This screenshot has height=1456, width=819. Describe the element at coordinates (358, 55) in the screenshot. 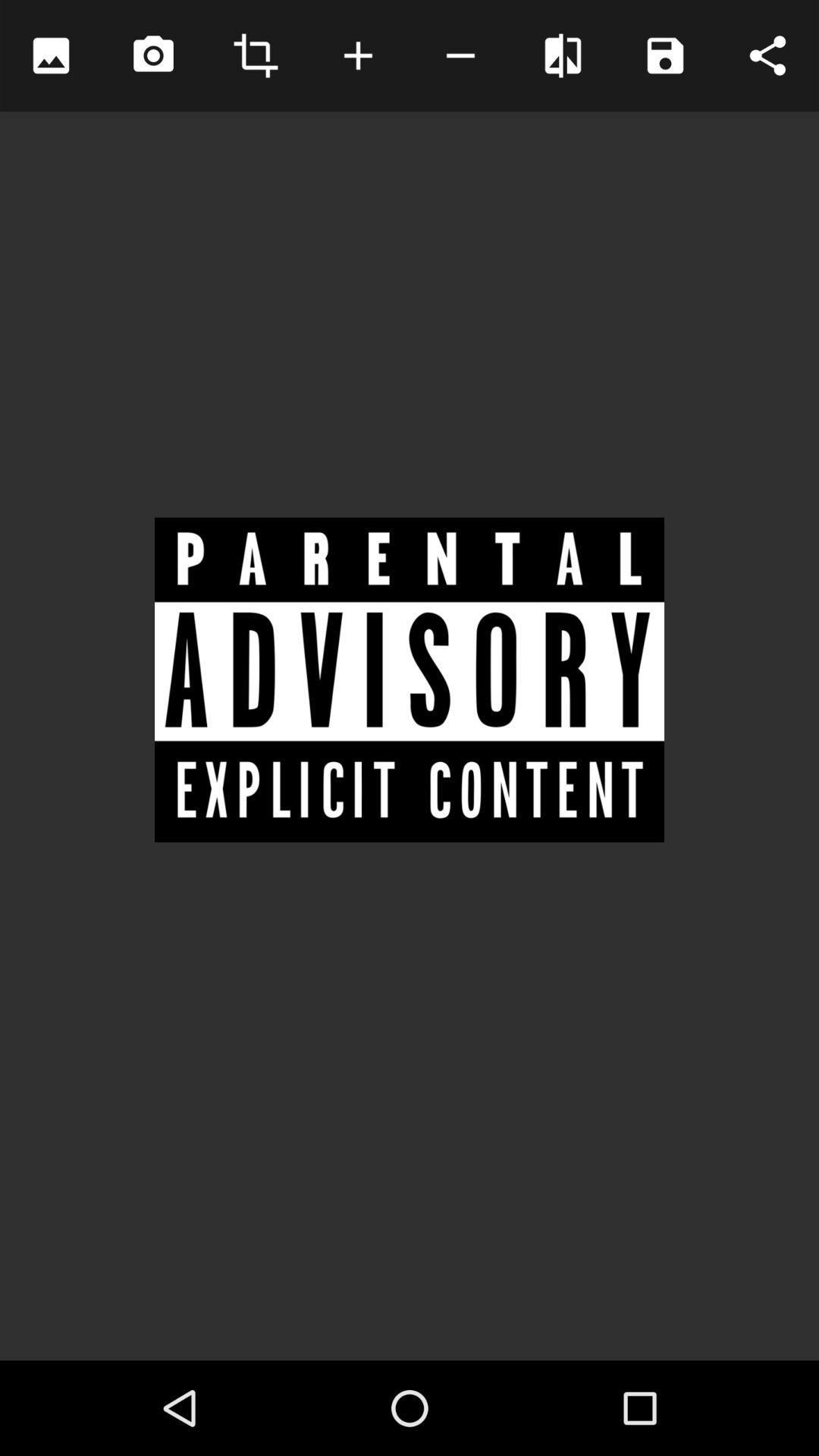

I see `the add icon` at that location.